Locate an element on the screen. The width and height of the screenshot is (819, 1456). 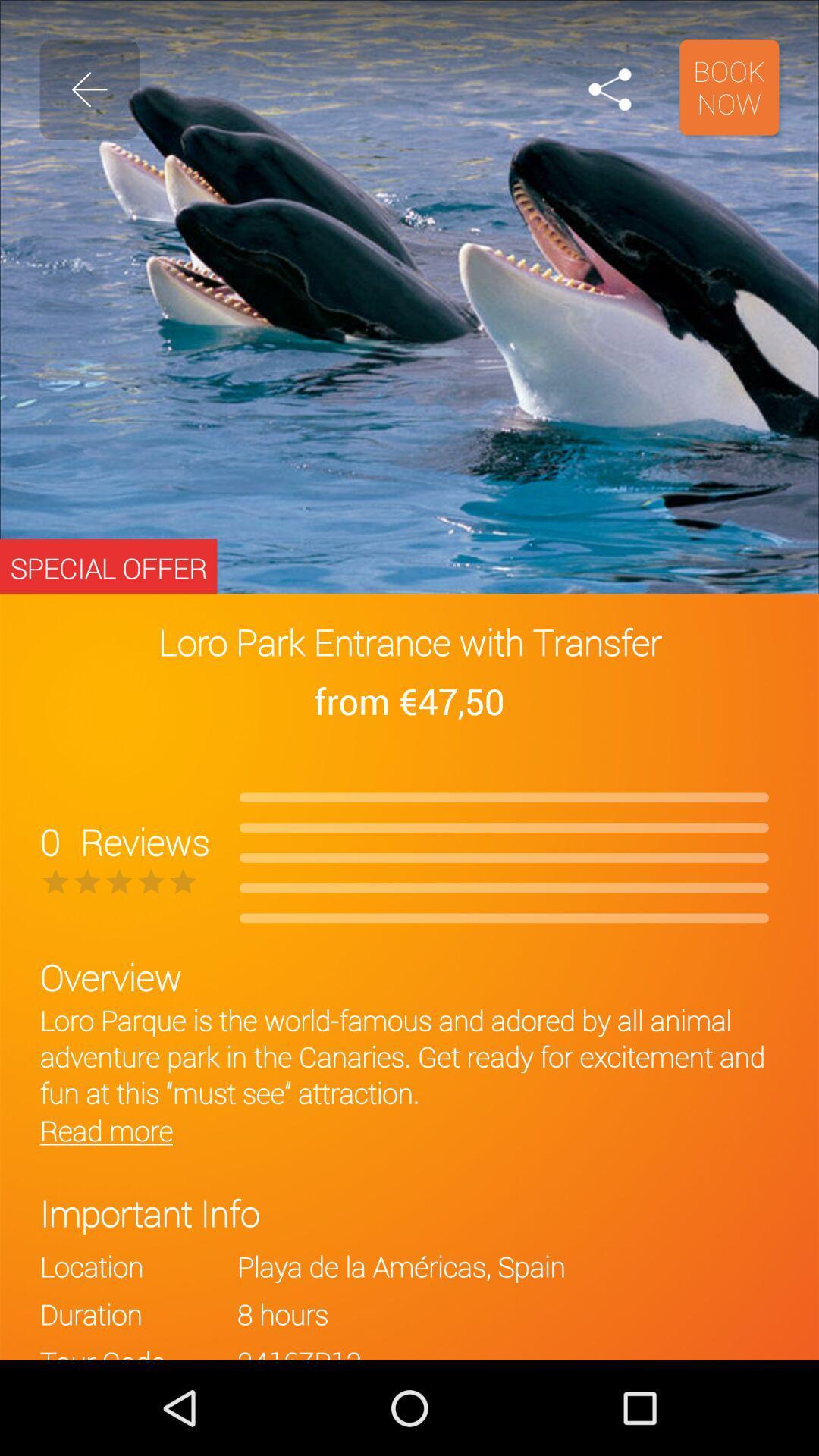
item to the left of the book now is located at coordinates (609, 89).